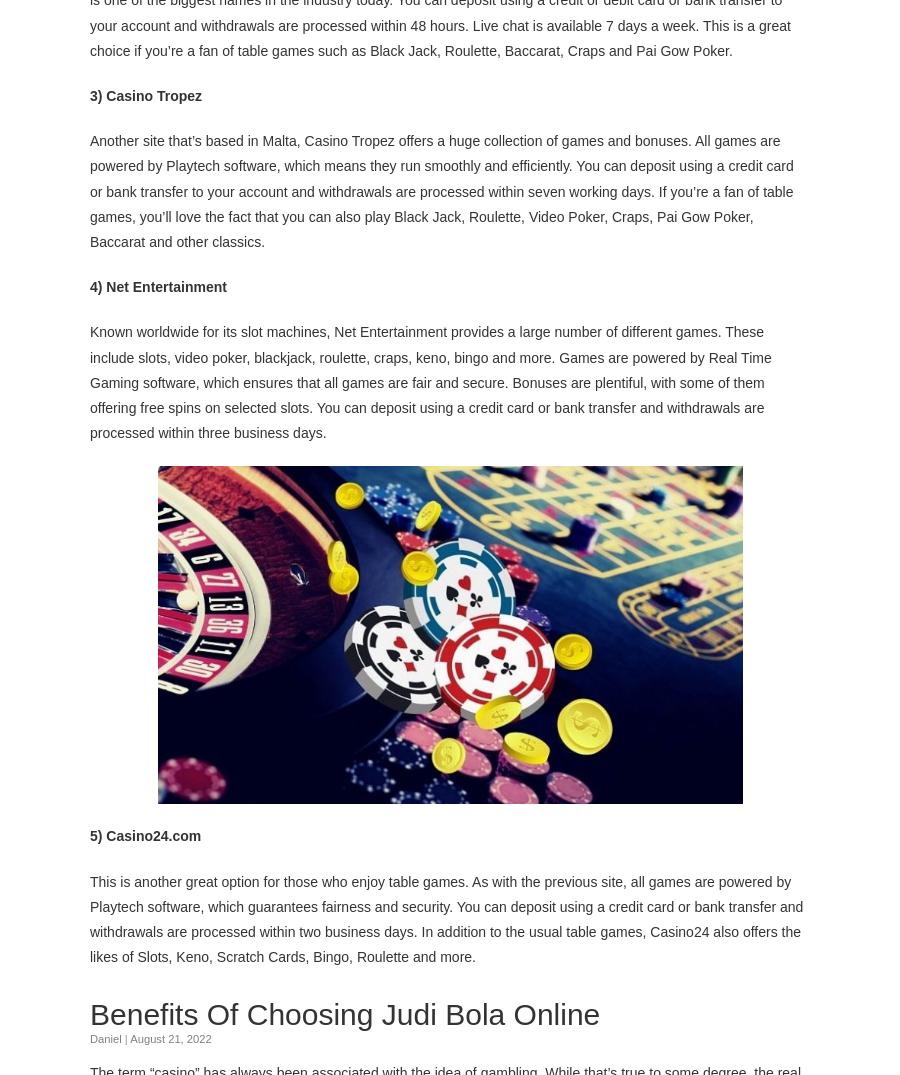 This screenshot has height=1075, width=900. I want to click on 'Known worldwide for its slot machines, Net Entertainment provides a large number of different games. These include slots, video poker, blackjack, roulette, craps, keno, bingo and more. Games are powered by Real Time Gaming software, which ensures that all games are fair and secure. Bonuses are plentiful, with some of them offering free spins on selected slots. You can deposit using a credit card or bank transfer and withdrawals are processed within three business days.', so click(430, 381).